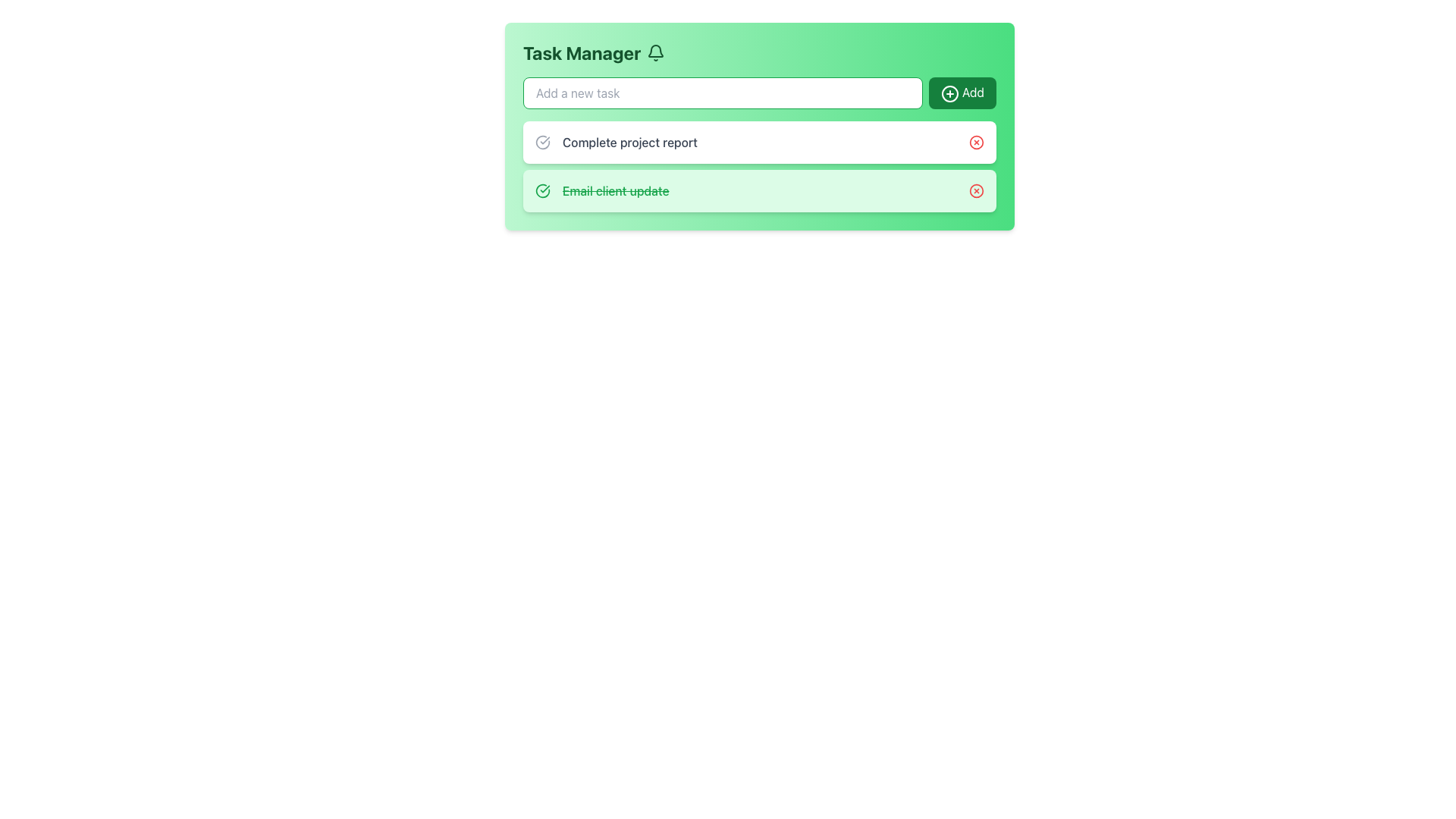 This screenshot has width=1456, height=819. I want to click on the delete button for the task 'Email client update' located at the end of its row, so click(976, 190).